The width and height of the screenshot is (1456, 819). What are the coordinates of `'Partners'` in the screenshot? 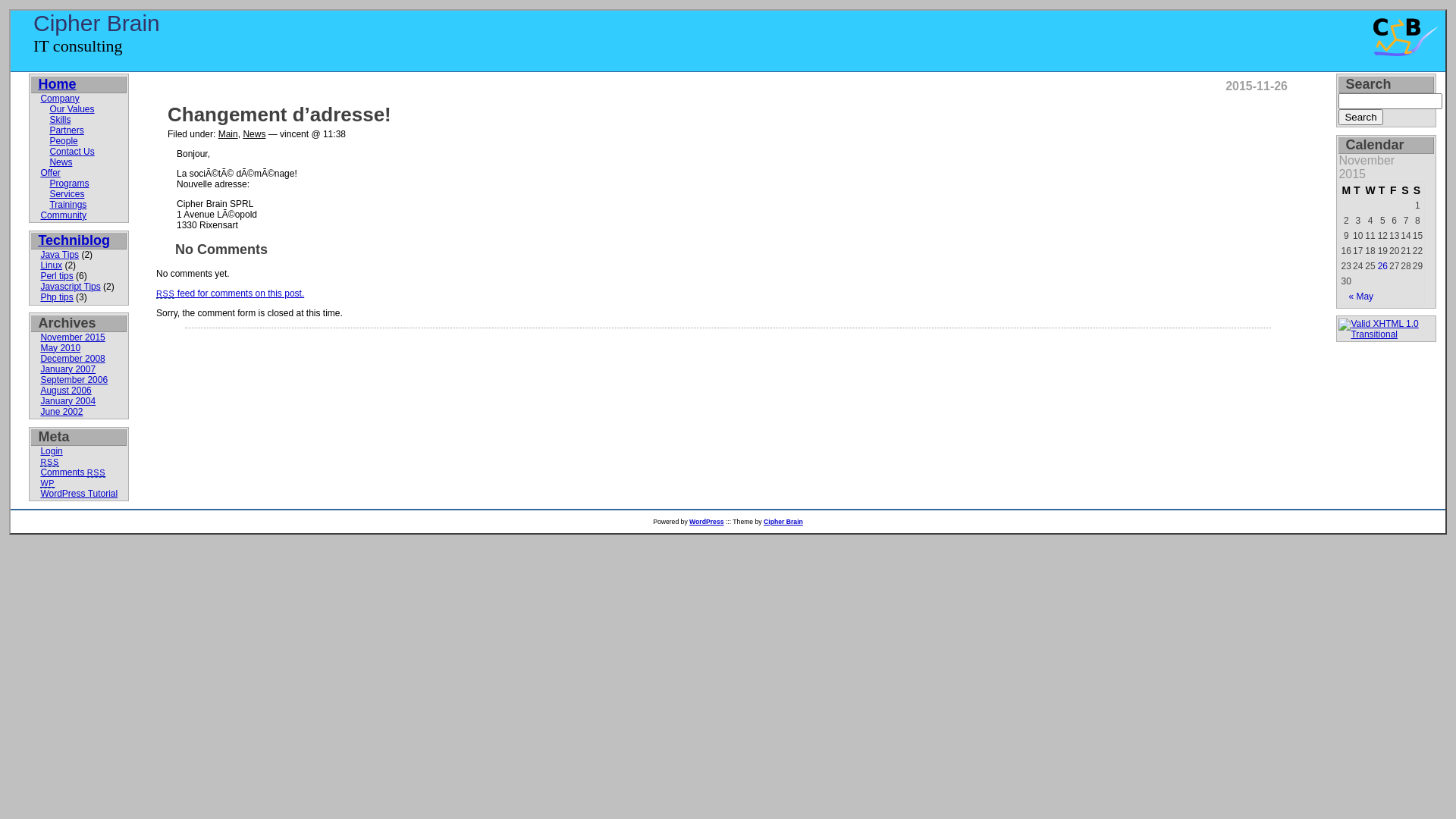 It's located at (49, 130).